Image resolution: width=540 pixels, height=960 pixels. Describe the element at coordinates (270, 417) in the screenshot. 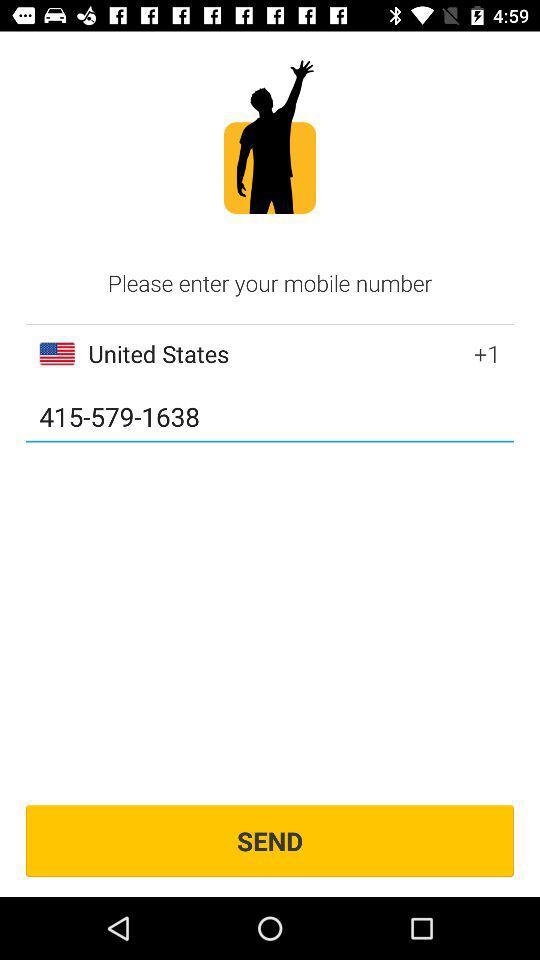

I see `415-579-1638 item` at that location.